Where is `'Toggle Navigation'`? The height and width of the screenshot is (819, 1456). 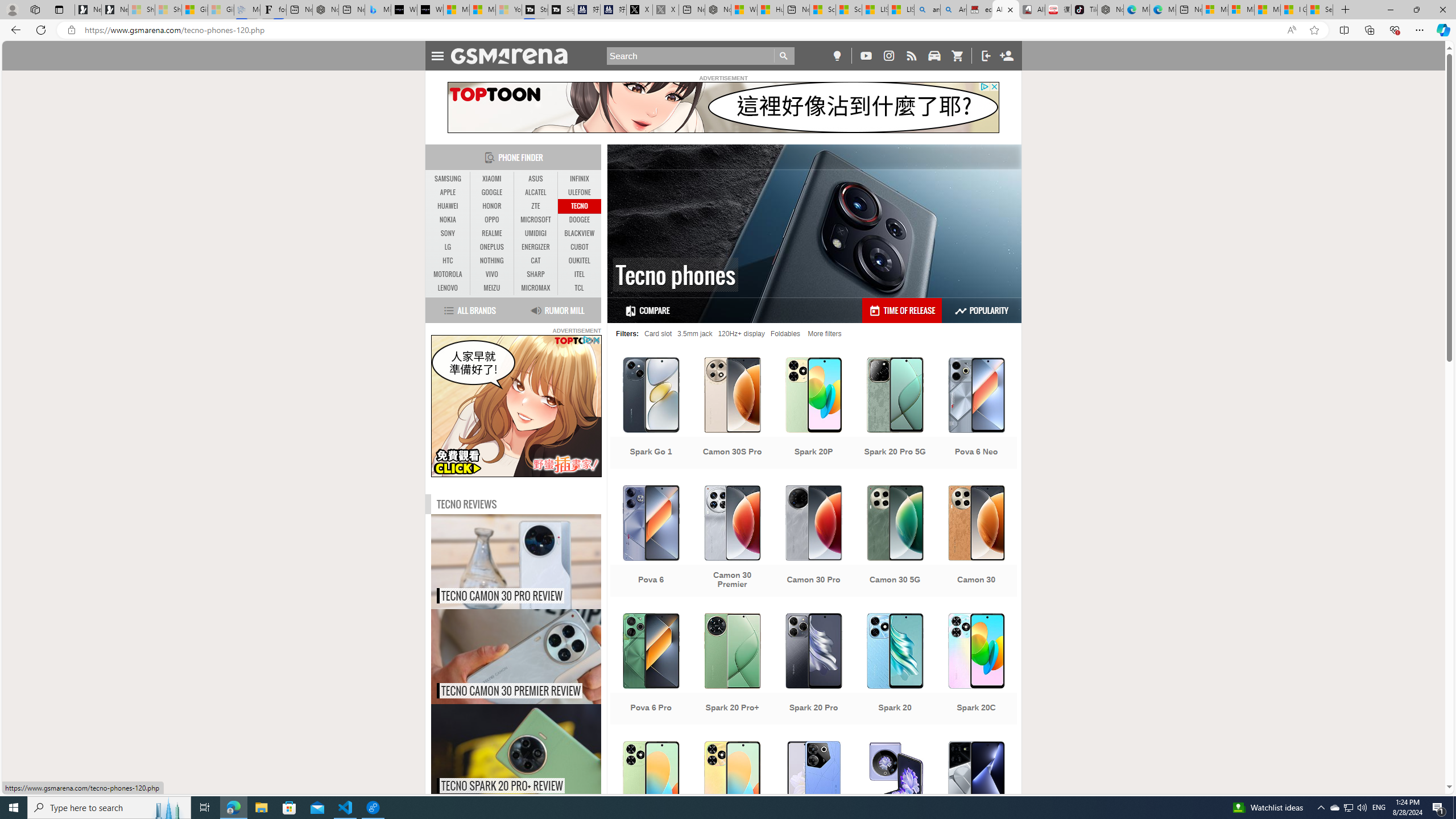
'Toggle Navigation' is located at coordinates (437, 54).